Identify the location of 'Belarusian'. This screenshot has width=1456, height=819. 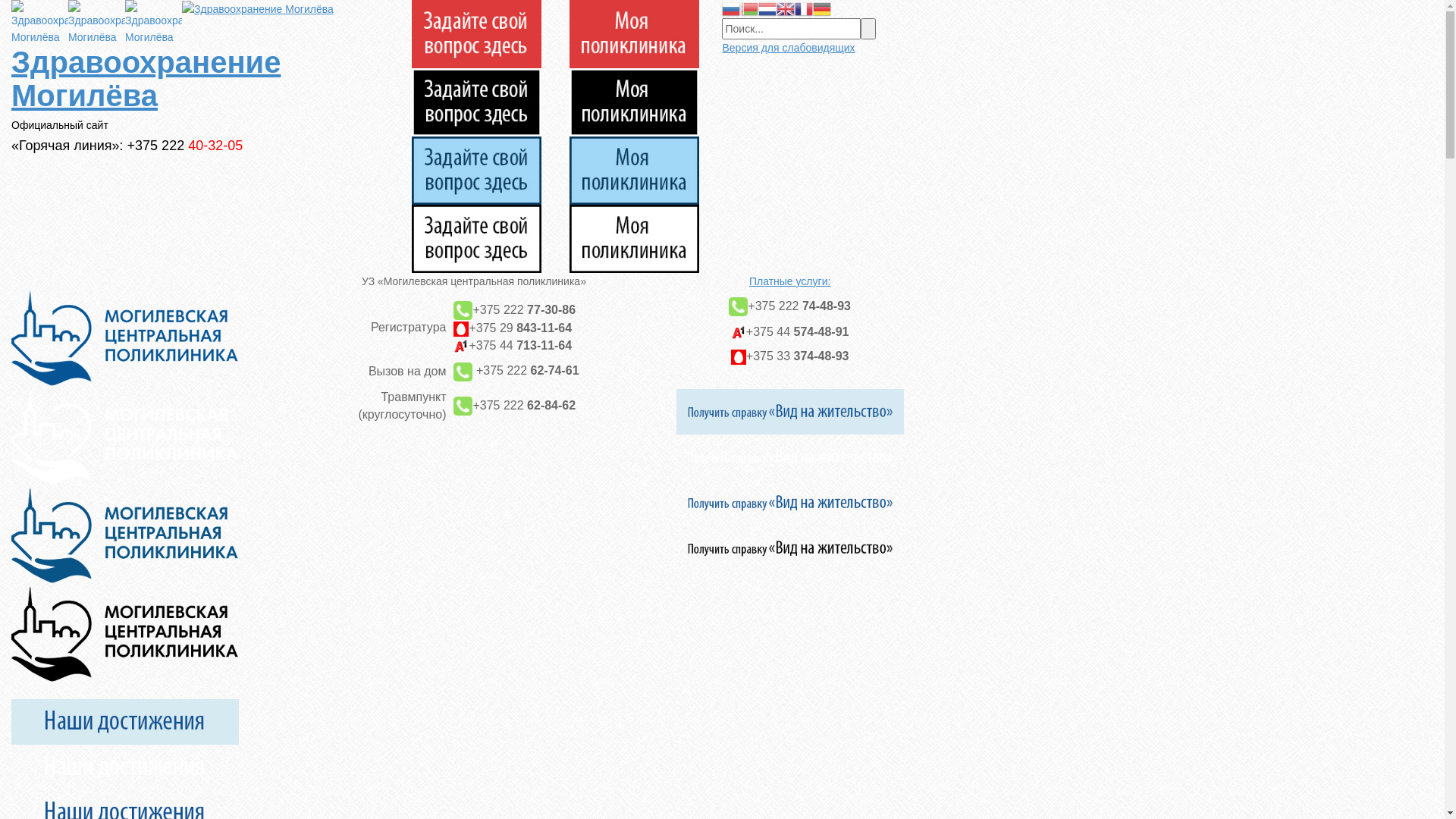
(749, 8).